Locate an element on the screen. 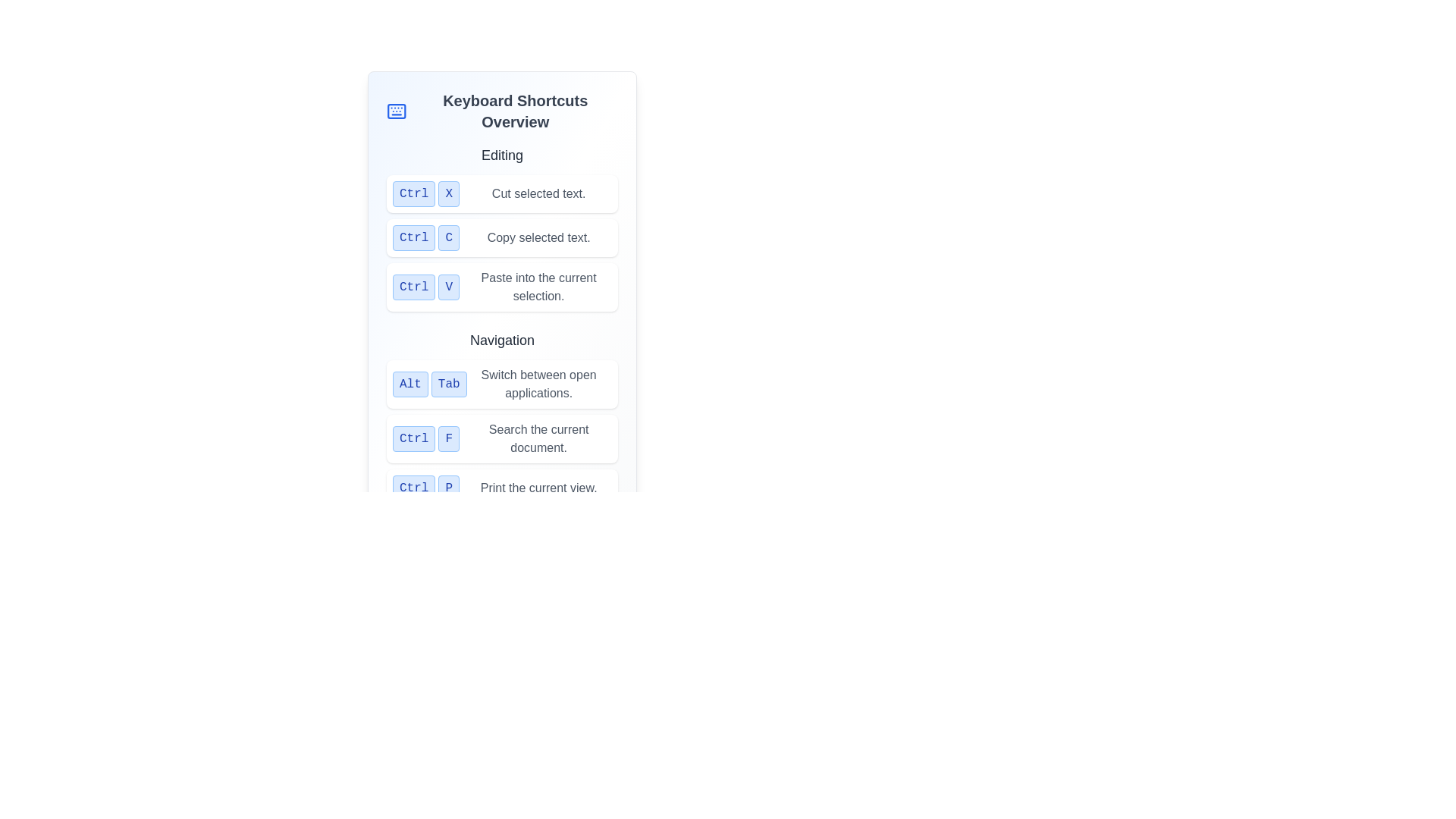 The width and height of the screenshot is (1456, 819). the 'Ctrl' label, which represents the keyboard shortcut key, located in the 'Navigation' section of the 'Keyboard Shortcuts Overview' panel is located at coordinates (414, 438).